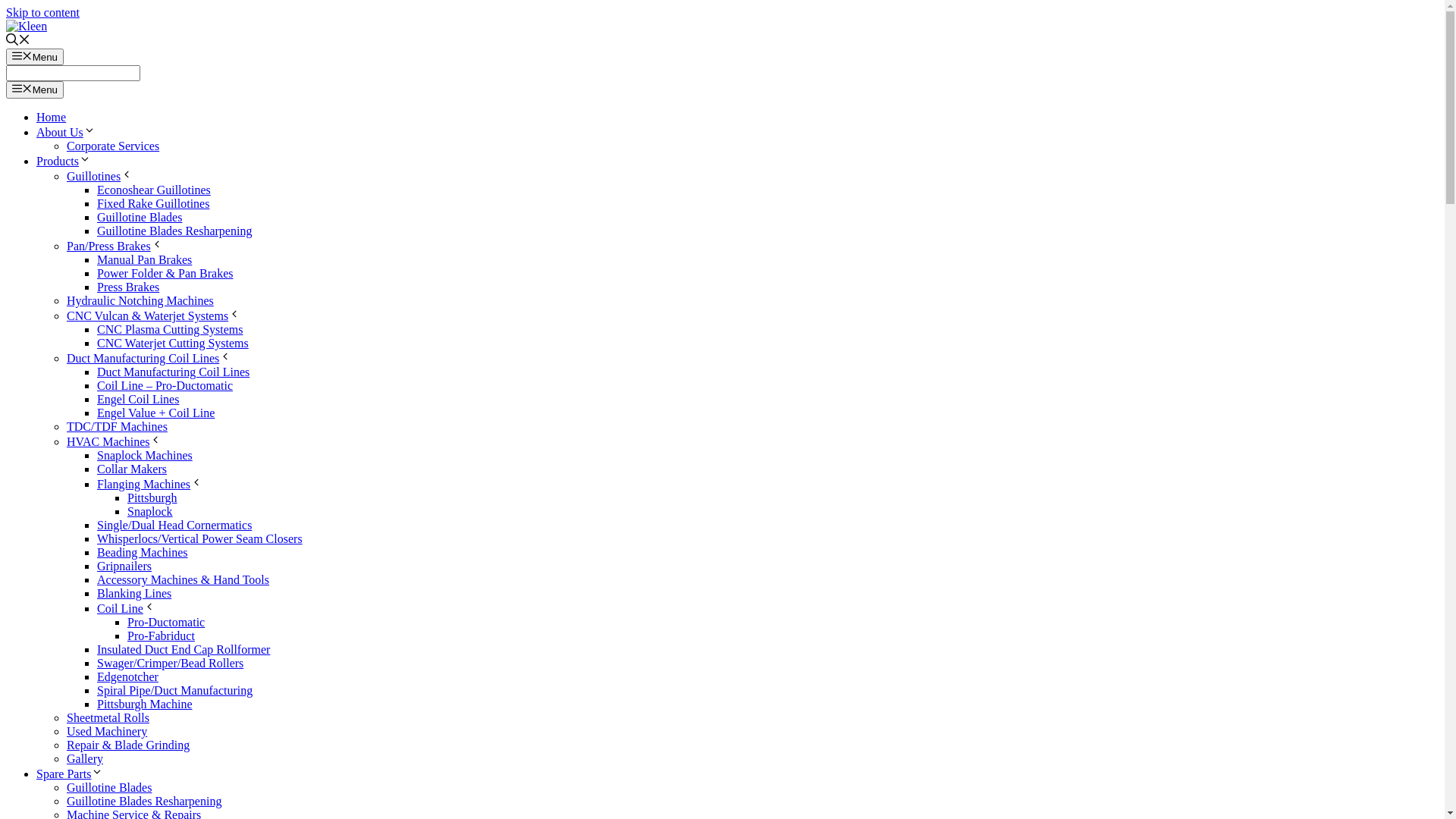  What do you see at coordinates (127, 287) in the screenshot?
I see `'Press Brakes'` at bounding box center [127, 287].